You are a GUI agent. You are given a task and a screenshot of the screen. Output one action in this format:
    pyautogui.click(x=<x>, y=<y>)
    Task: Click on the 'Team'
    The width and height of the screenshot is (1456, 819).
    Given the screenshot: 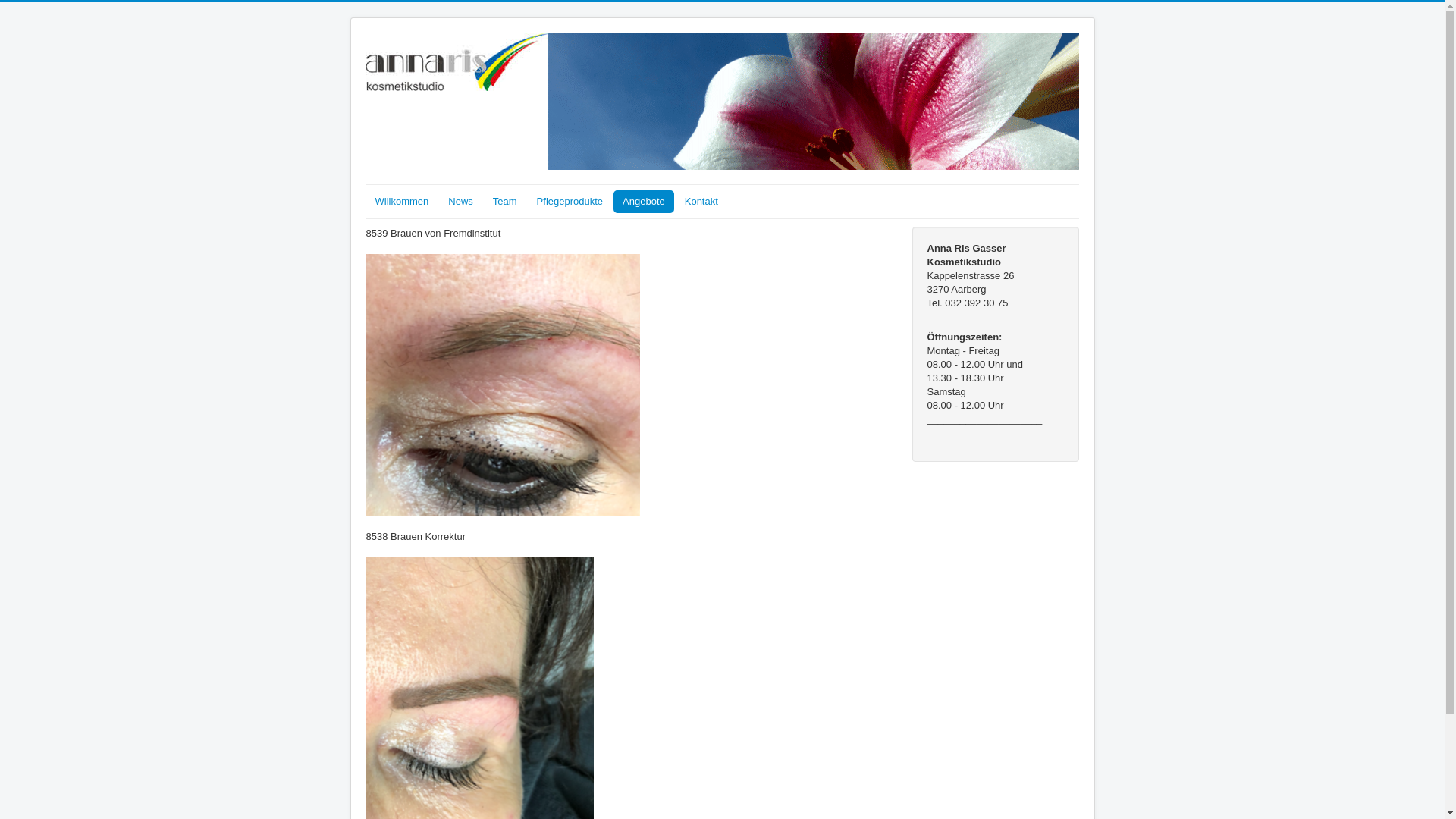 What is the action you would take?
    pyautogui.click(x=483, y=201)
    